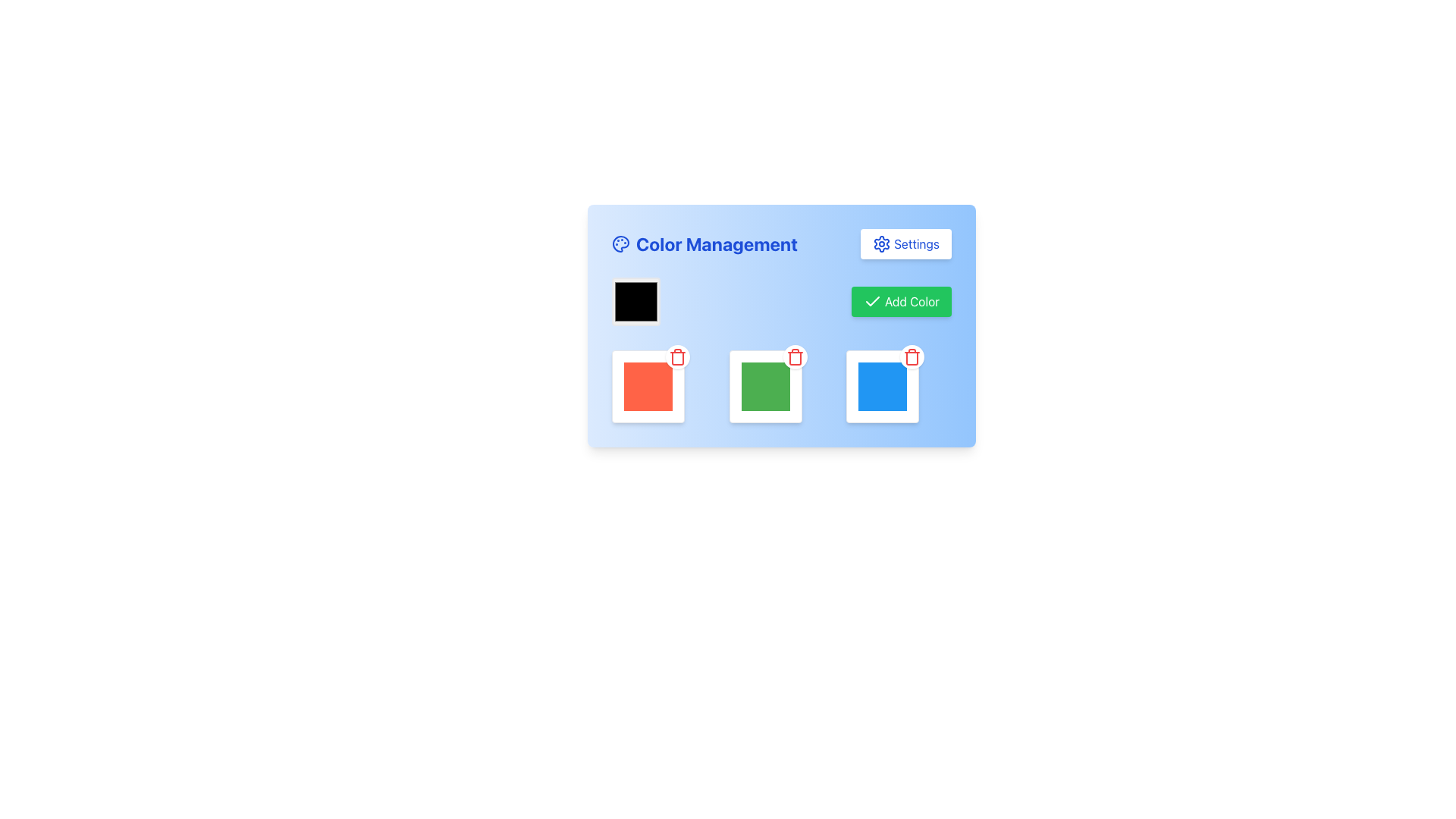 The height and width of the screenshot is (819, 1456). I want to click on the gear icon, which is a settings symbol located at the top-right corner of the 'Color Management' card, so click(882, 243).